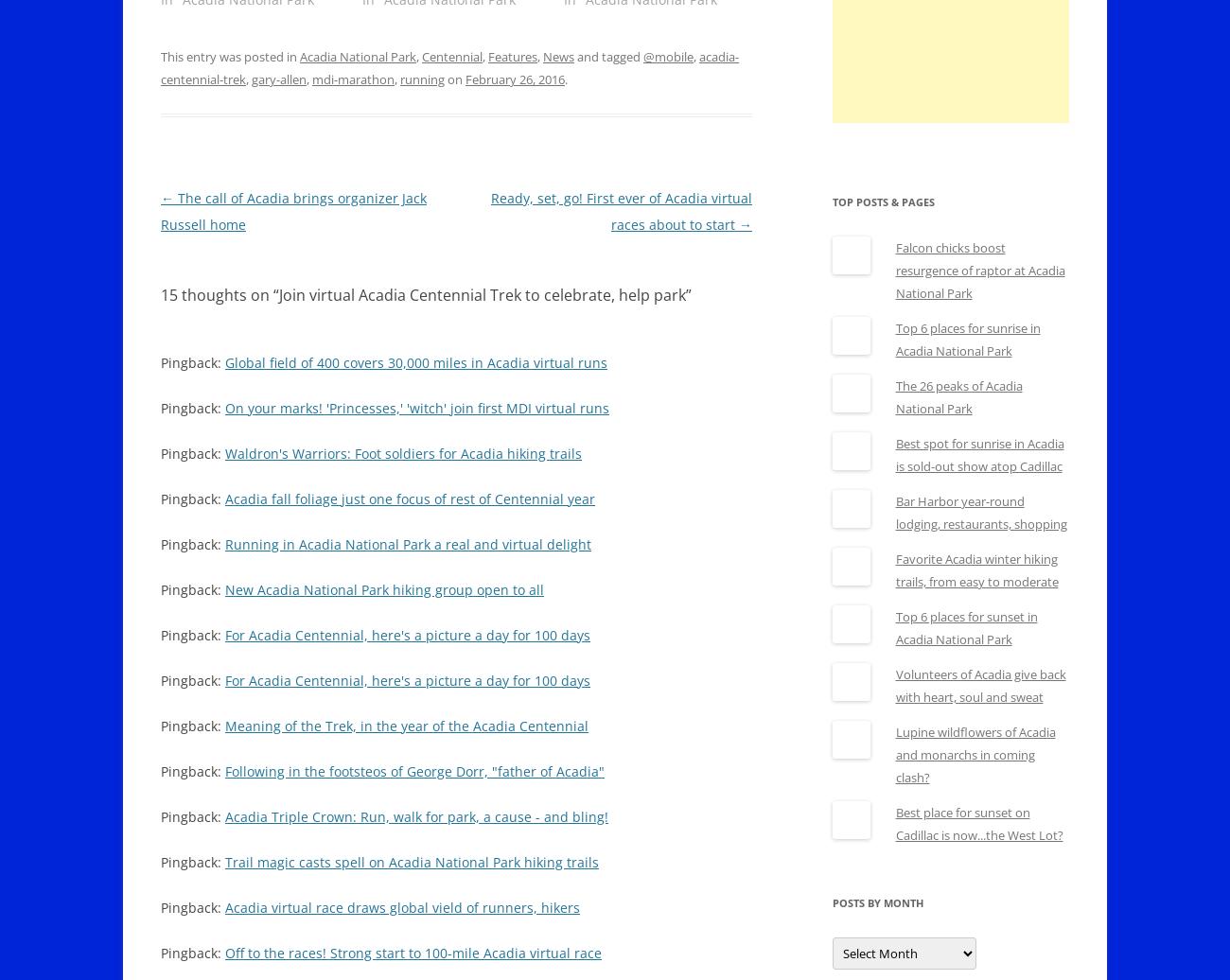 This screenshot has height=980, width=1230. Describe the element at coordinates (384, 589) in the screenshot. I see `'New Acadia National Park hiking group open to all'` at that location.